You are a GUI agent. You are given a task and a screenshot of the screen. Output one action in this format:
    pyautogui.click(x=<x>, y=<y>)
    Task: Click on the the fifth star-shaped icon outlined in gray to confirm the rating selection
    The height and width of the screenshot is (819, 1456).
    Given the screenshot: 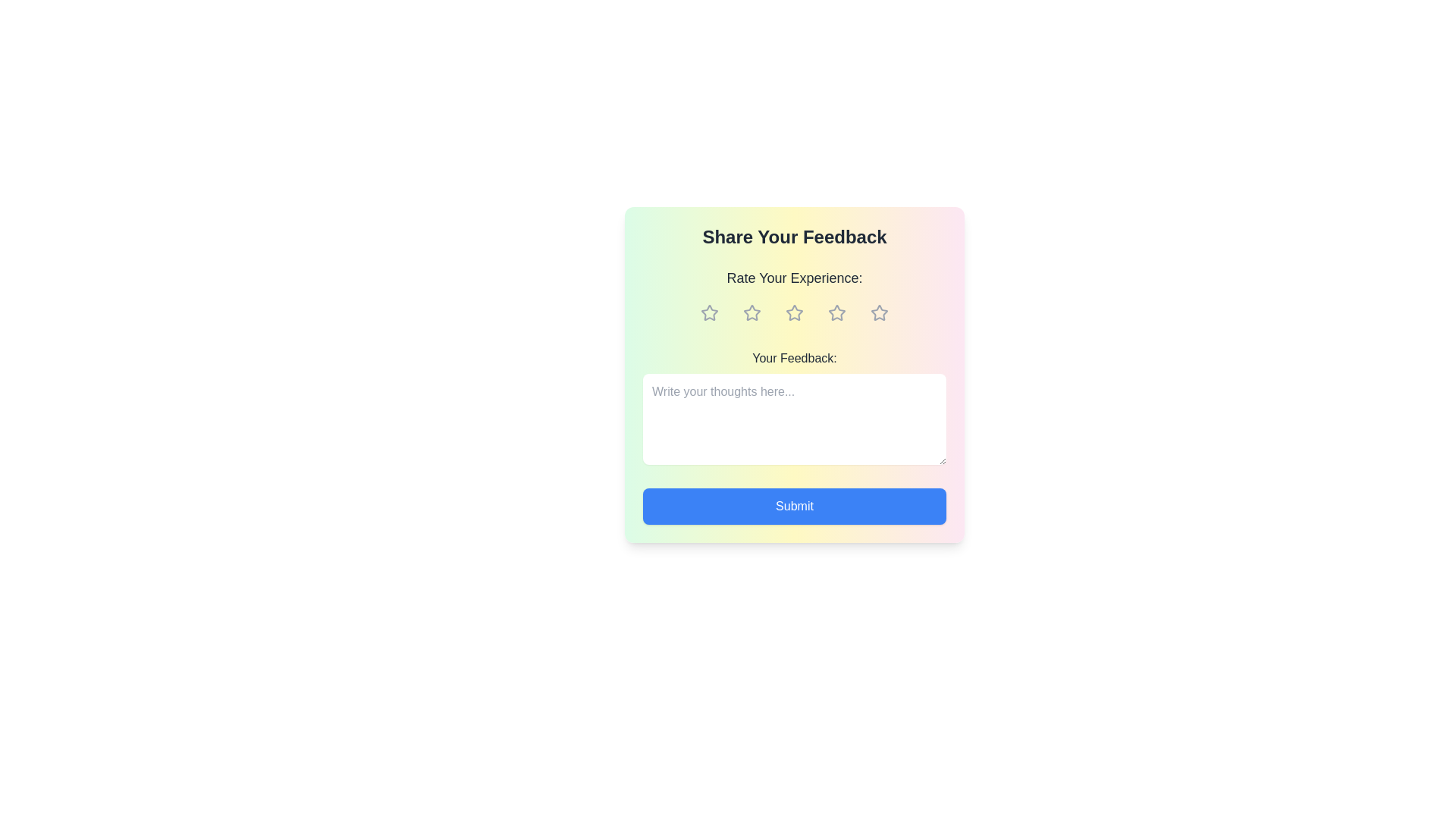 What is the action you would take?
    pyautogui.click(x=880, y=312)
    